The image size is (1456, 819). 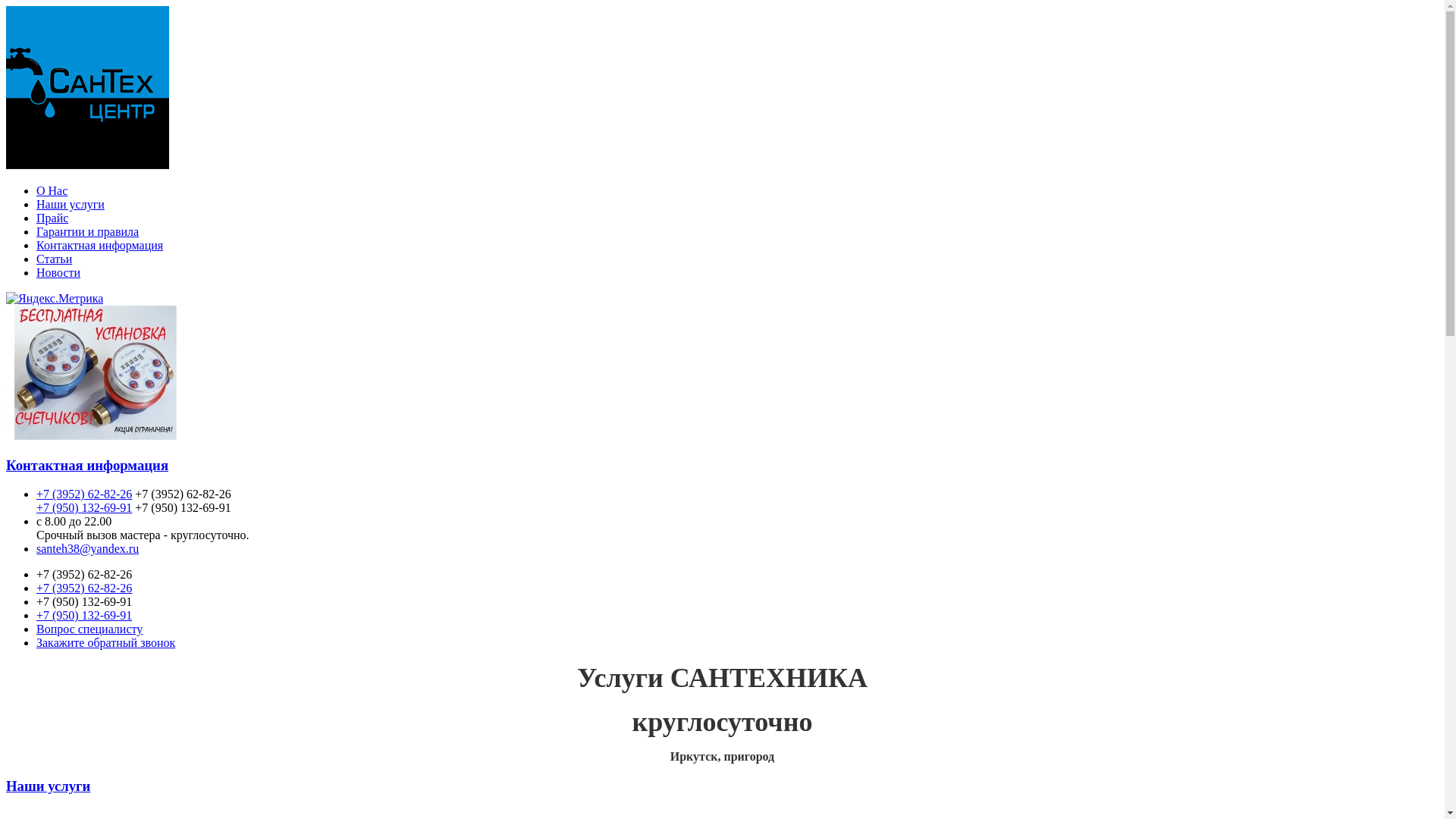 What do you see at coordinates (83, 587) in the screenshot?
I see `'+7 (3952) 62-82-26'` at bounding box center [83, 587].